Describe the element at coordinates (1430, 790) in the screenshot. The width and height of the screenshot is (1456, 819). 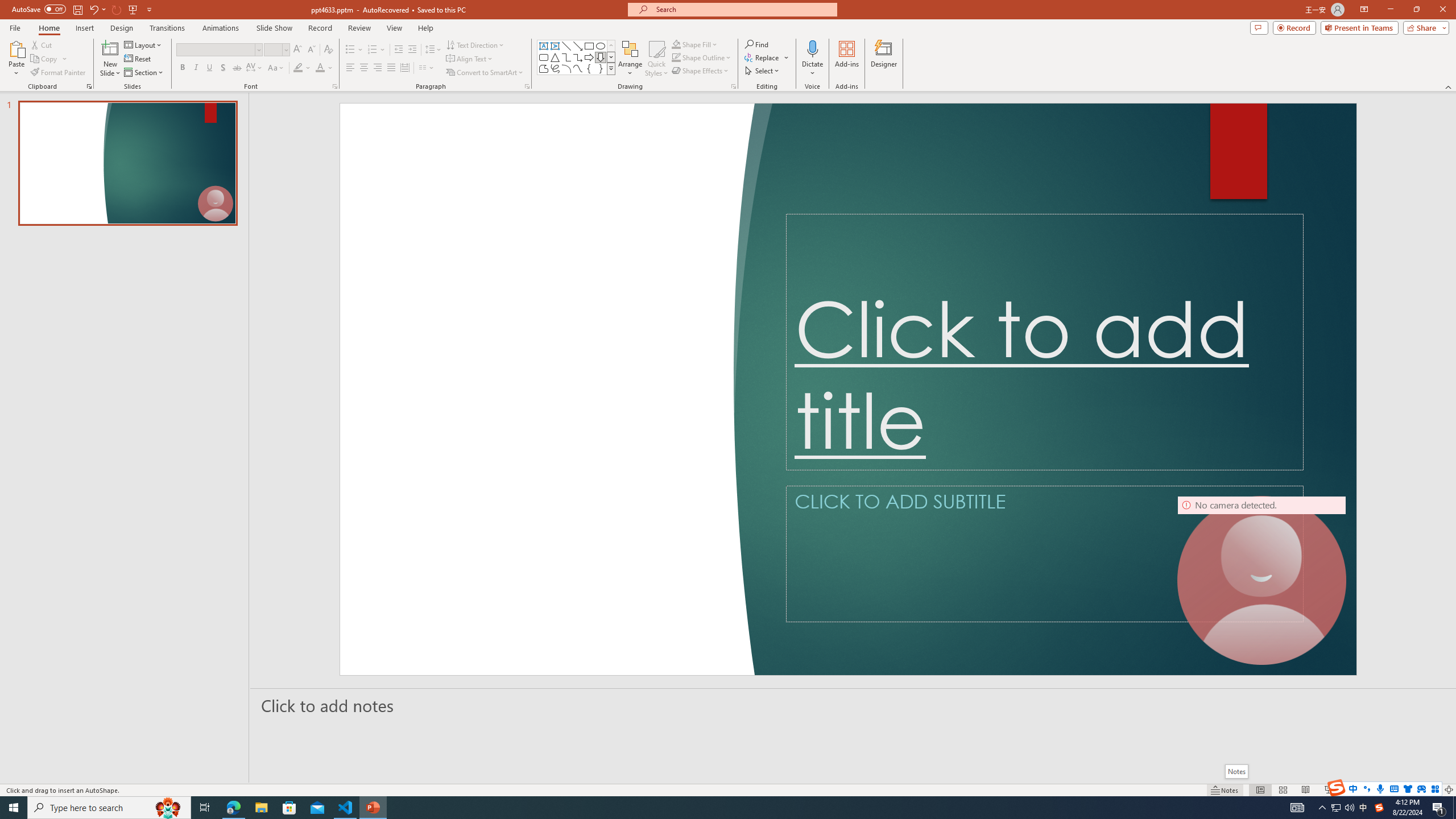
I see `'Zoom 140%'` at that location.